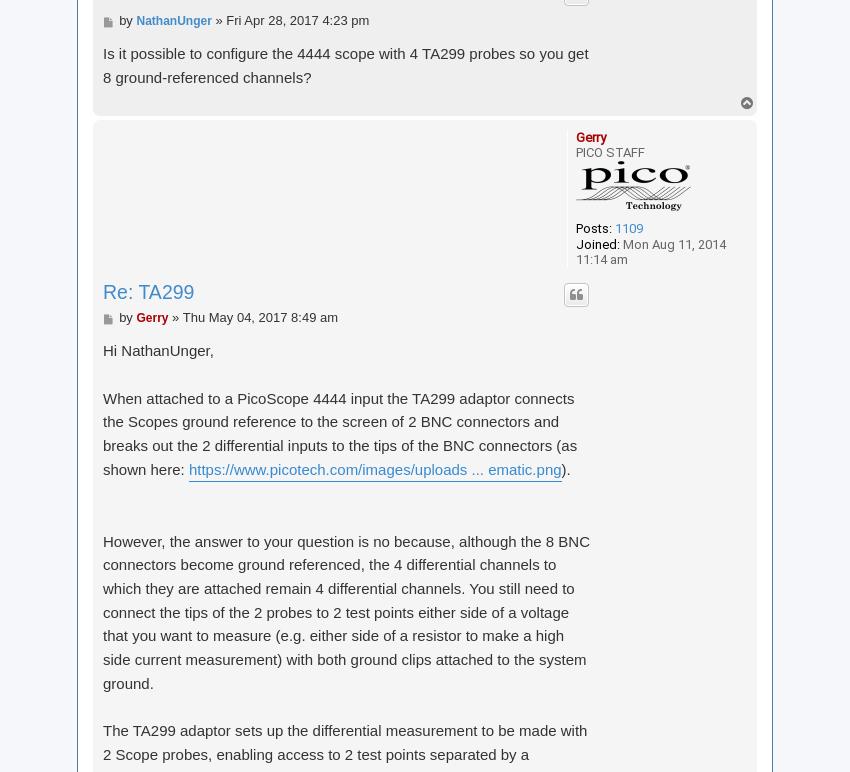 The image size is (850, 772). What do you see at coordinates (158, 350) in the screenshot?
I see `'Hi NathanUnger,'` at bounding box center [158, 350].